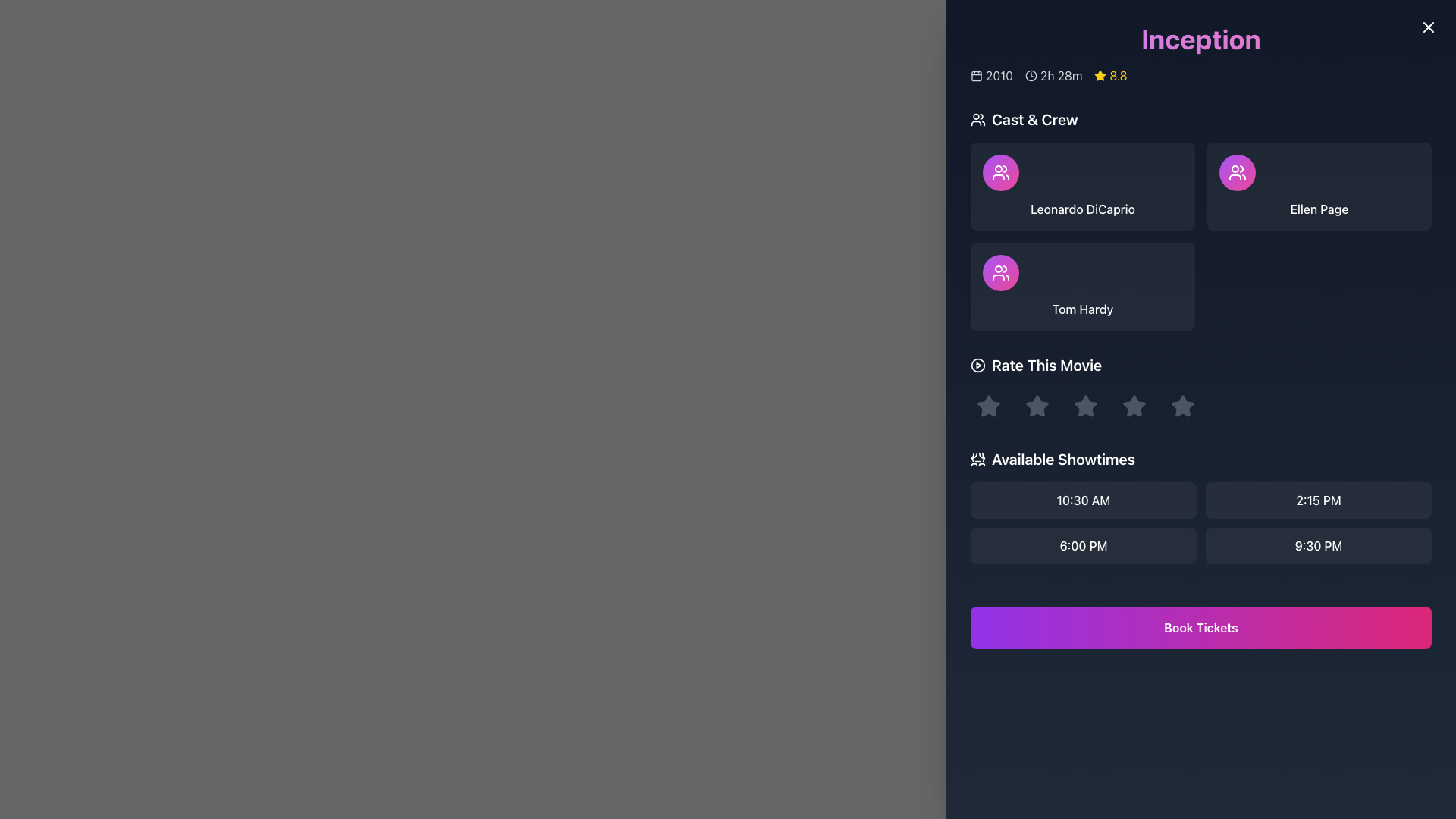  What do you see at coordinates (1001, 171) in the screenshot?
I see `the icon depicting two simplified human figures outlined in white, situated within a circular gradient background, located in the top-left corner of the cast card for 'Ellen Page' in the 'Cast & Crew' section` at bounding box center [1001, 171].